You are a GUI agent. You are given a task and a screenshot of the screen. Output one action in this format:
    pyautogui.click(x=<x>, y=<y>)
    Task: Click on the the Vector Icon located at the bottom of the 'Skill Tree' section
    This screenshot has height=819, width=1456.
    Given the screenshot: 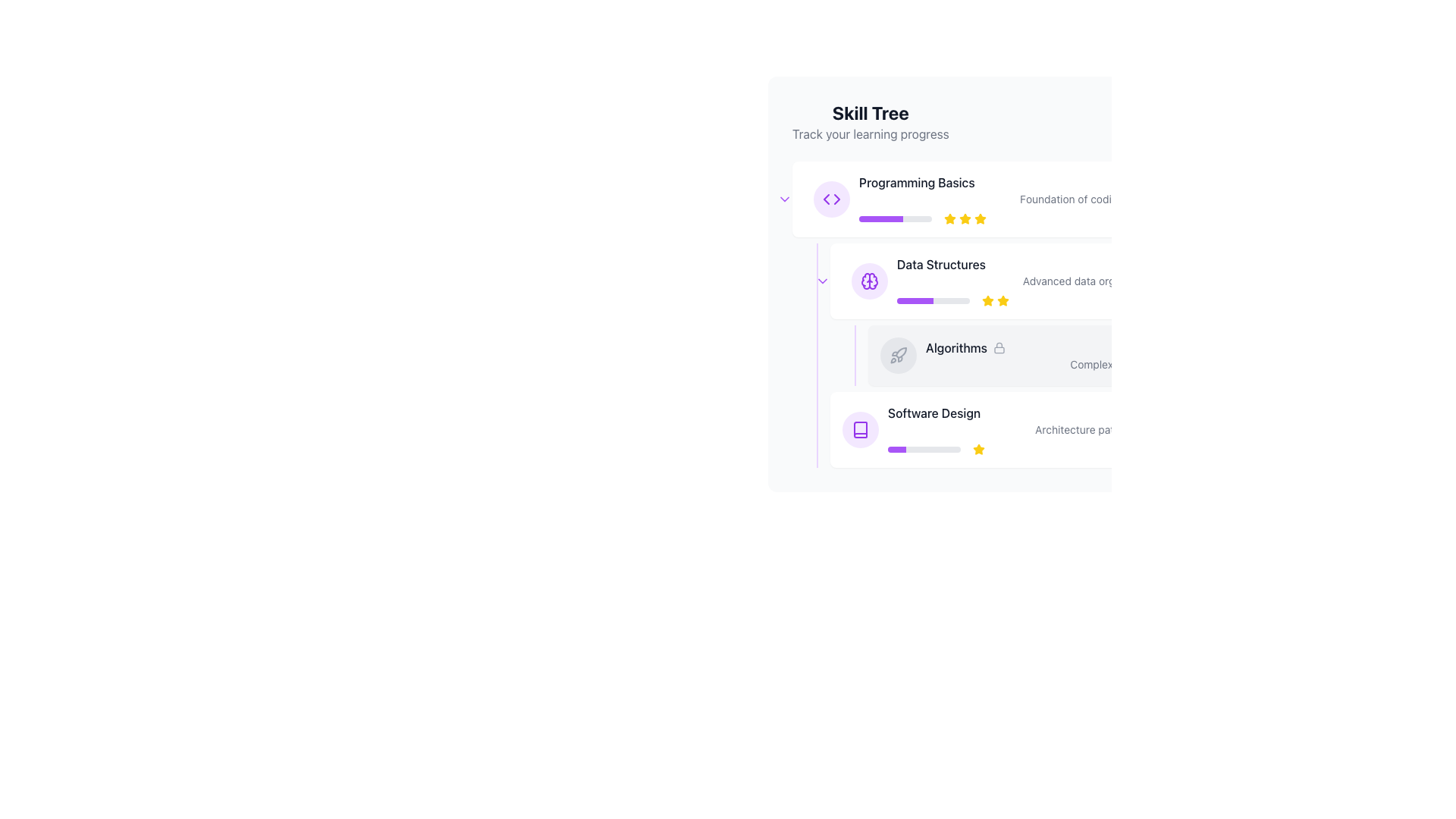 What is the action you would take?
    pyautogui.click(x=860, y=430)
    